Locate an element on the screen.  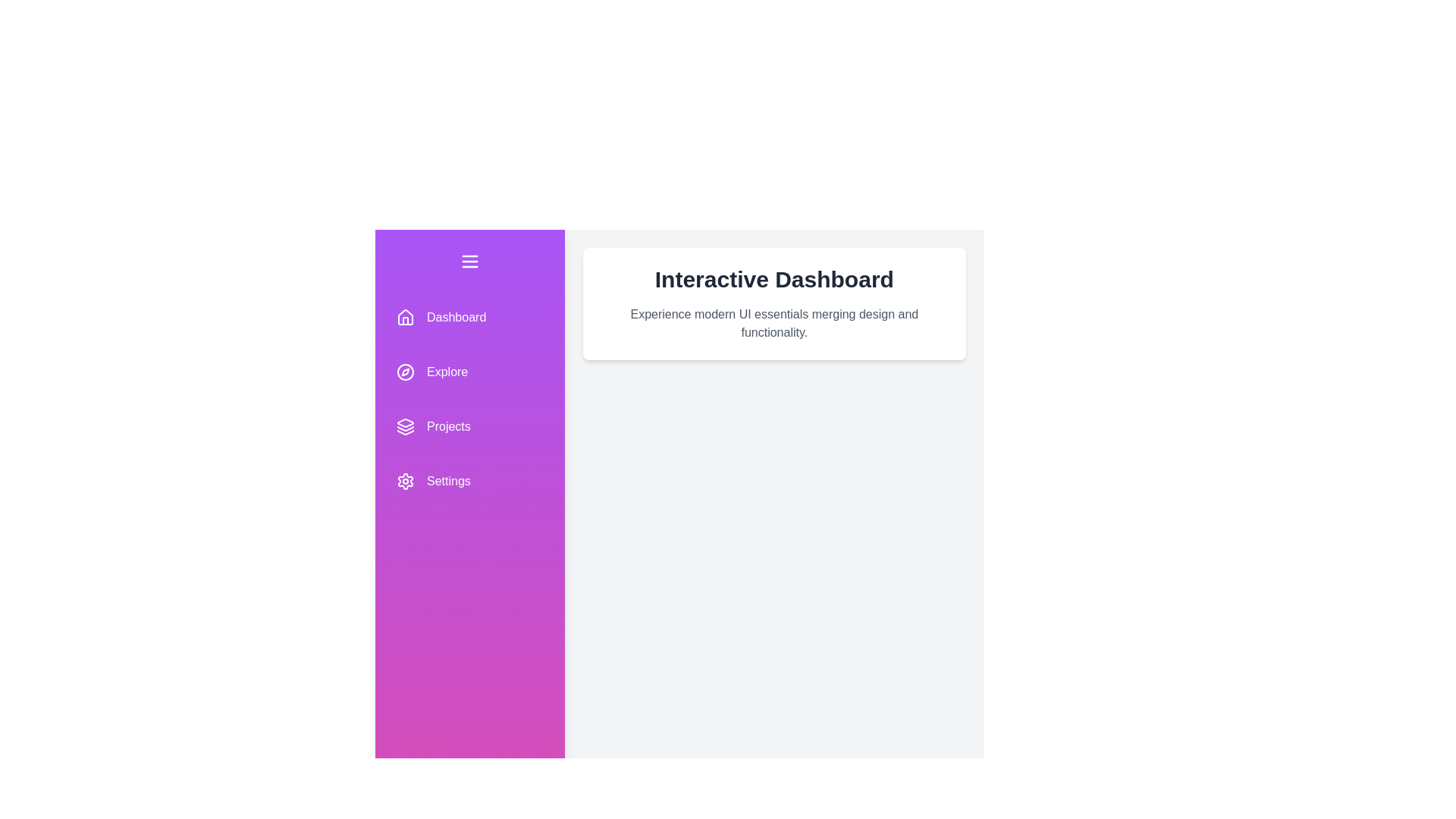
the menu item Dashboard from the navigation component is located at coordinates (469, 317).